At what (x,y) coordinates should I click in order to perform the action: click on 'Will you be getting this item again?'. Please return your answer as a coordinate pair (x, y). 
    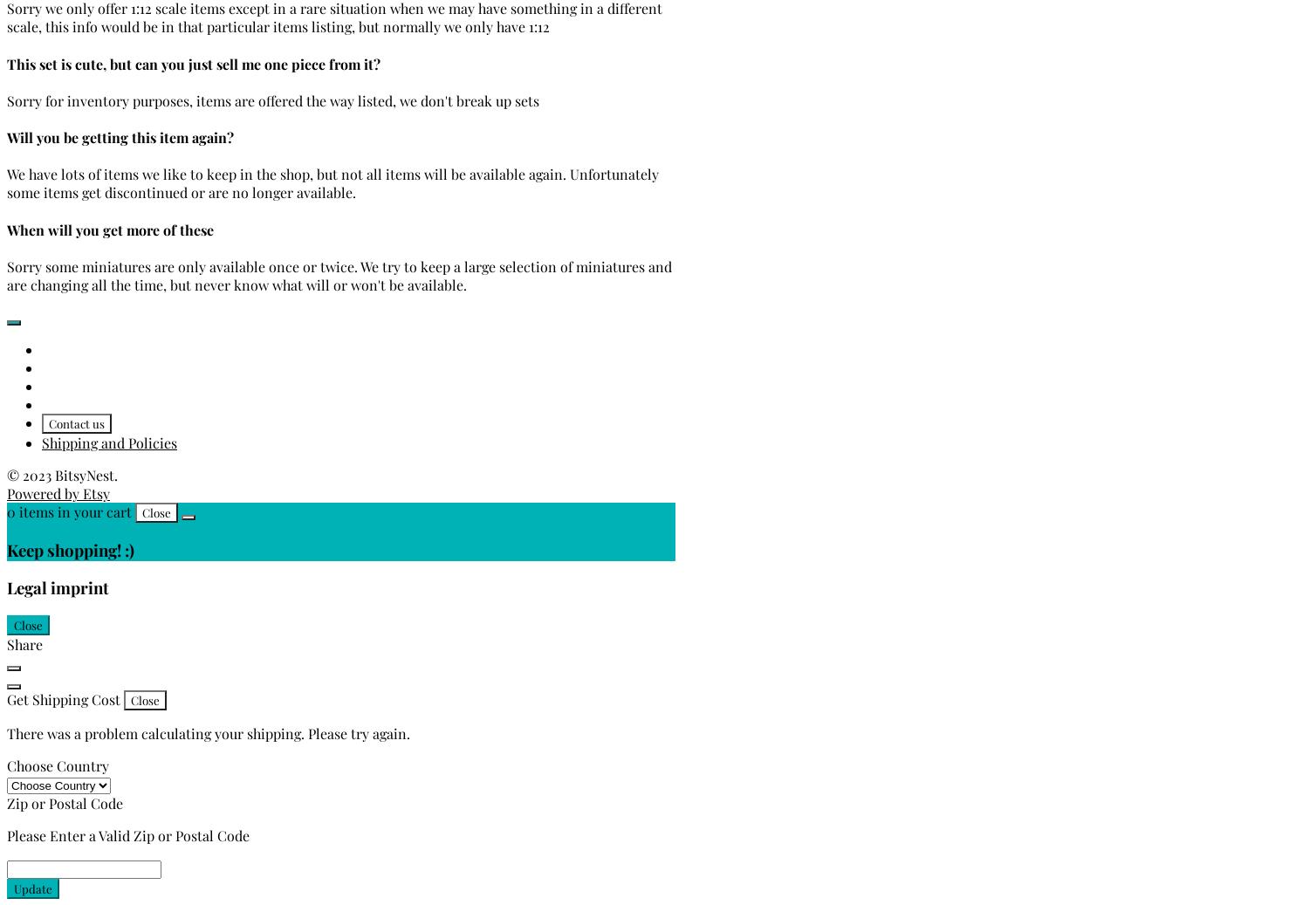
    Looking at the image, I should click on (6, 136).